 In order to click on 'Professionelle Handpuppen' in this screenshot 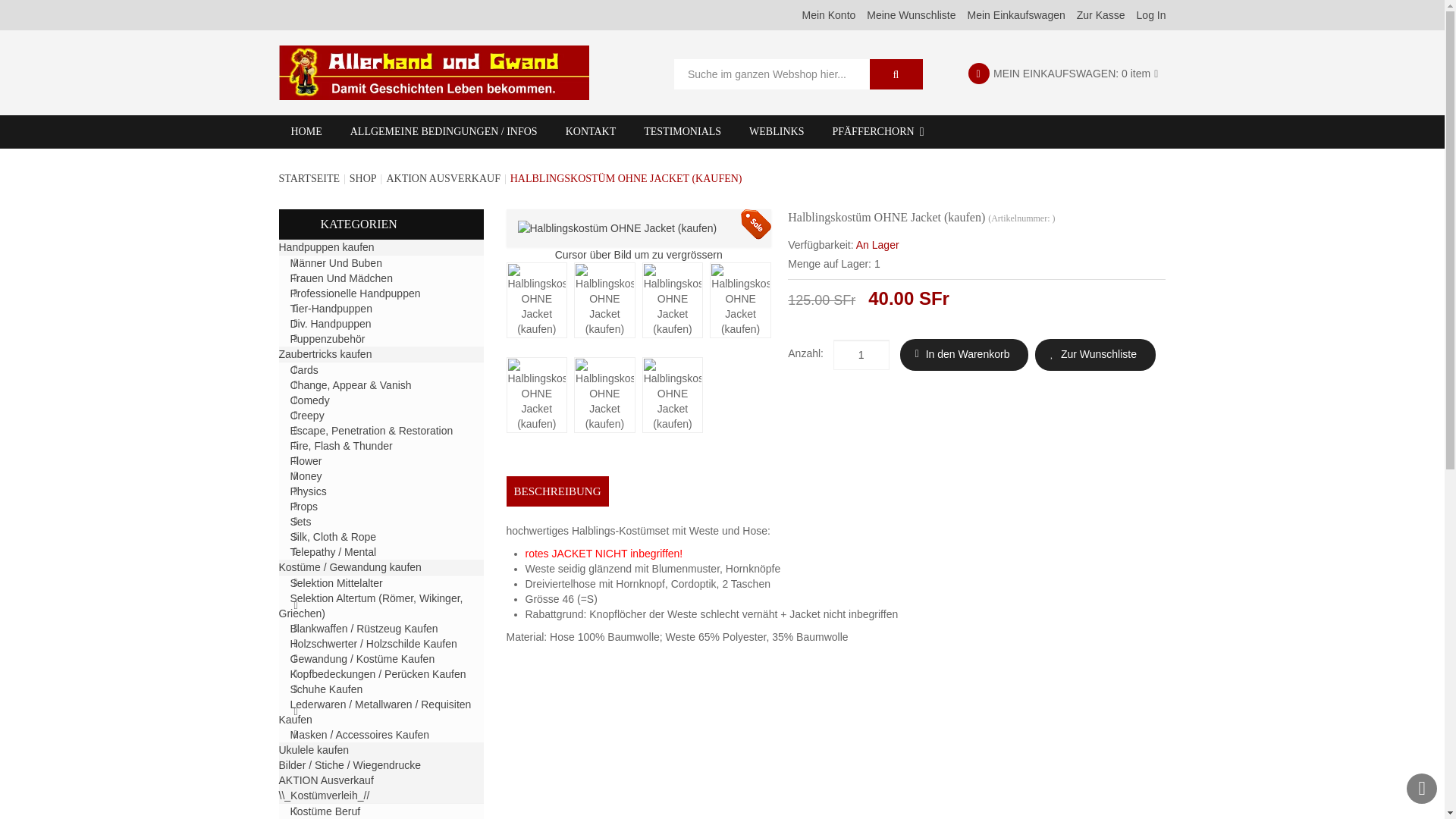, I will do `click(290, 293)`.